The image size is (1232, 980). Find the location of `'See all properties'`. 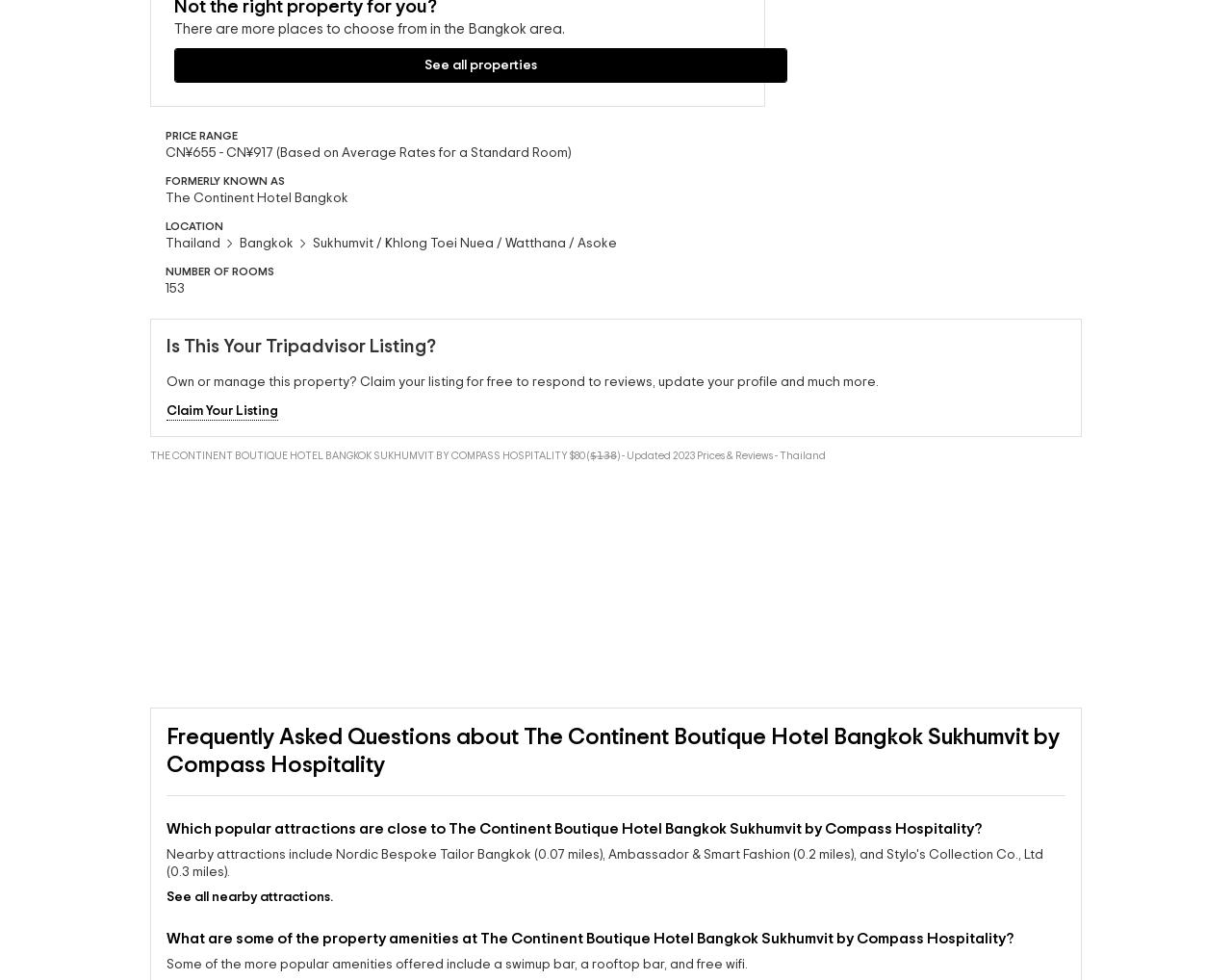

'See all properties' is located at coordinates (191, 131).